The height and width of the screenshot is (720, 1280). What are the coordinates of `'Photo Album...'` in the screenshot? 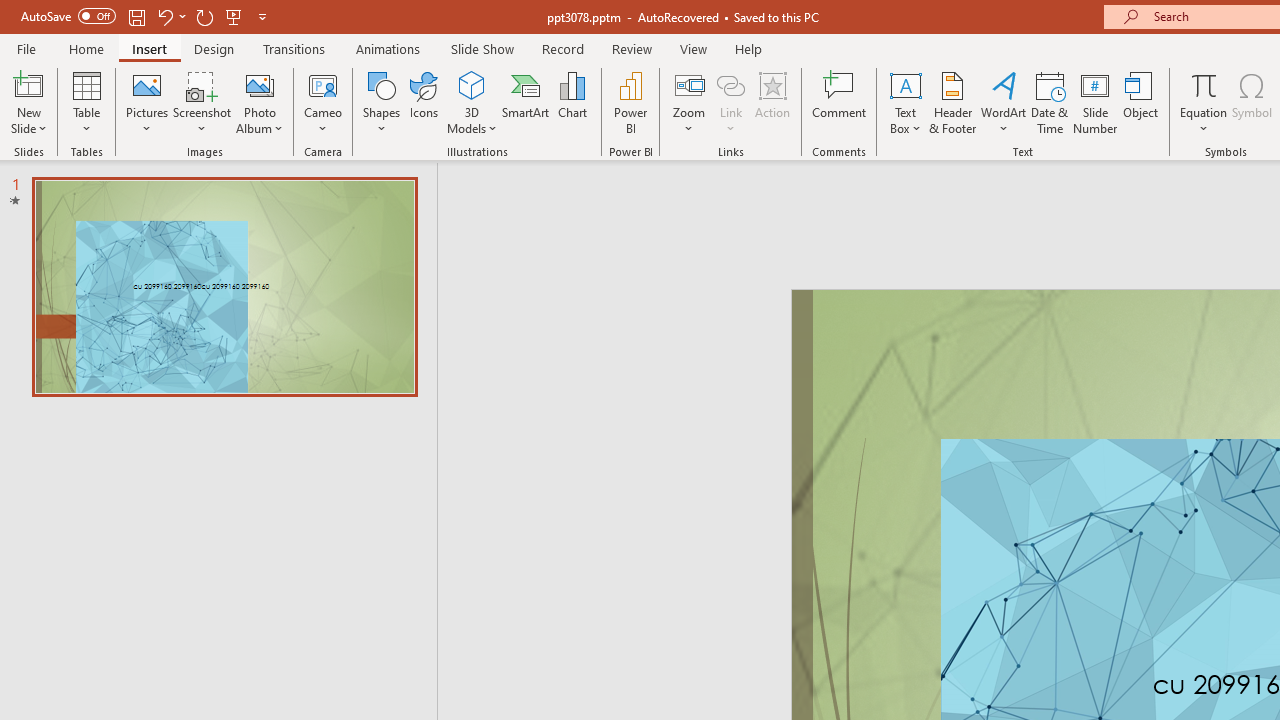 It's located at (258, 103).